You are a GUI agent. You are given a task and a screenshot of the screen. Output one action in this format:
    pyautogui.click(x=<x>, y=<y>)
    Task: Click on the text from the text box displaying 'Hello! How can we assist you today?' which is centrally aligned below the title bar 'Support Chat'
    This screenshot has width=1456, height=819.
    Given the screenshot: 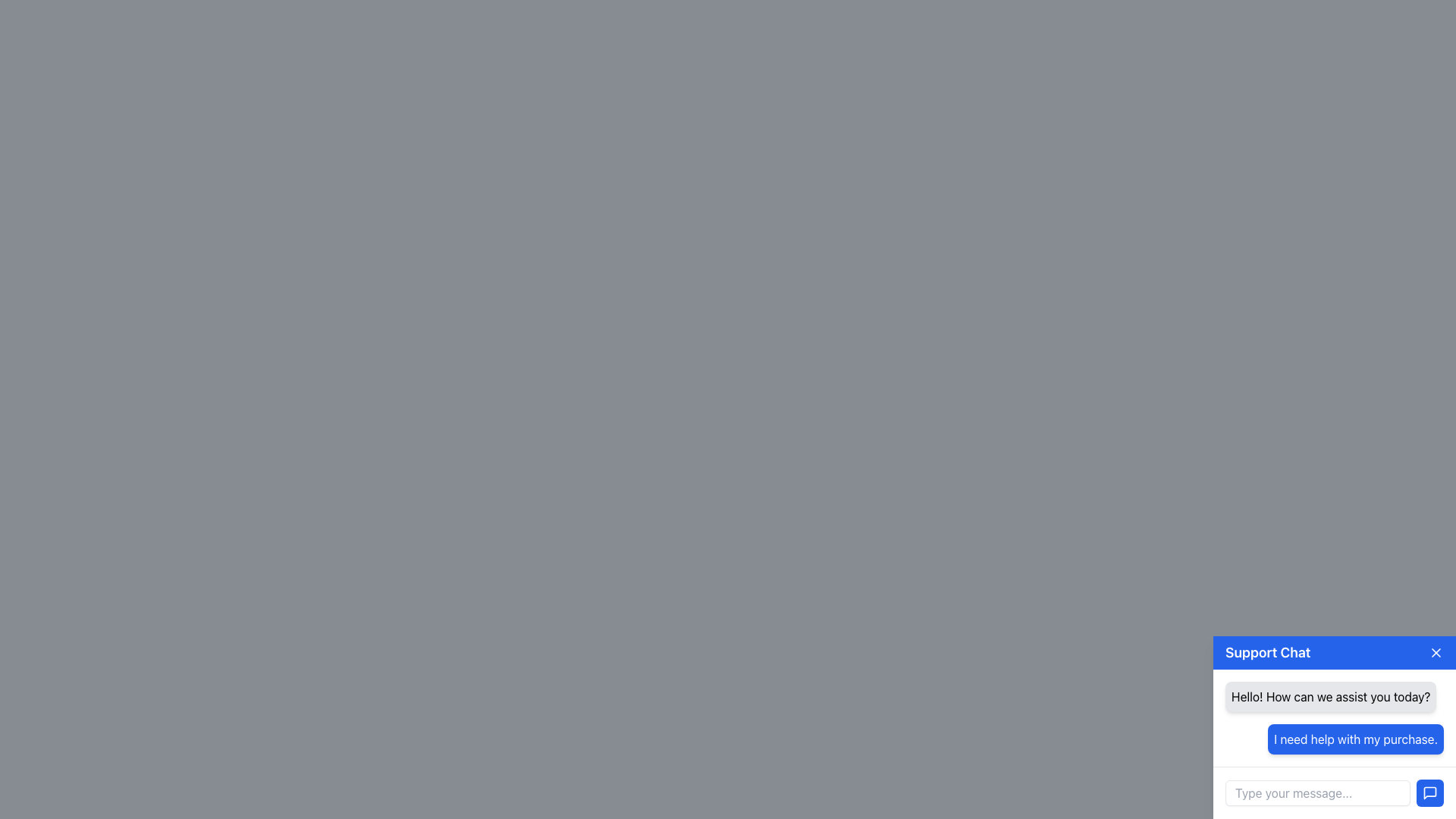 What is the action you would take?
    pyautogui.click(x=1330, y=696)
    